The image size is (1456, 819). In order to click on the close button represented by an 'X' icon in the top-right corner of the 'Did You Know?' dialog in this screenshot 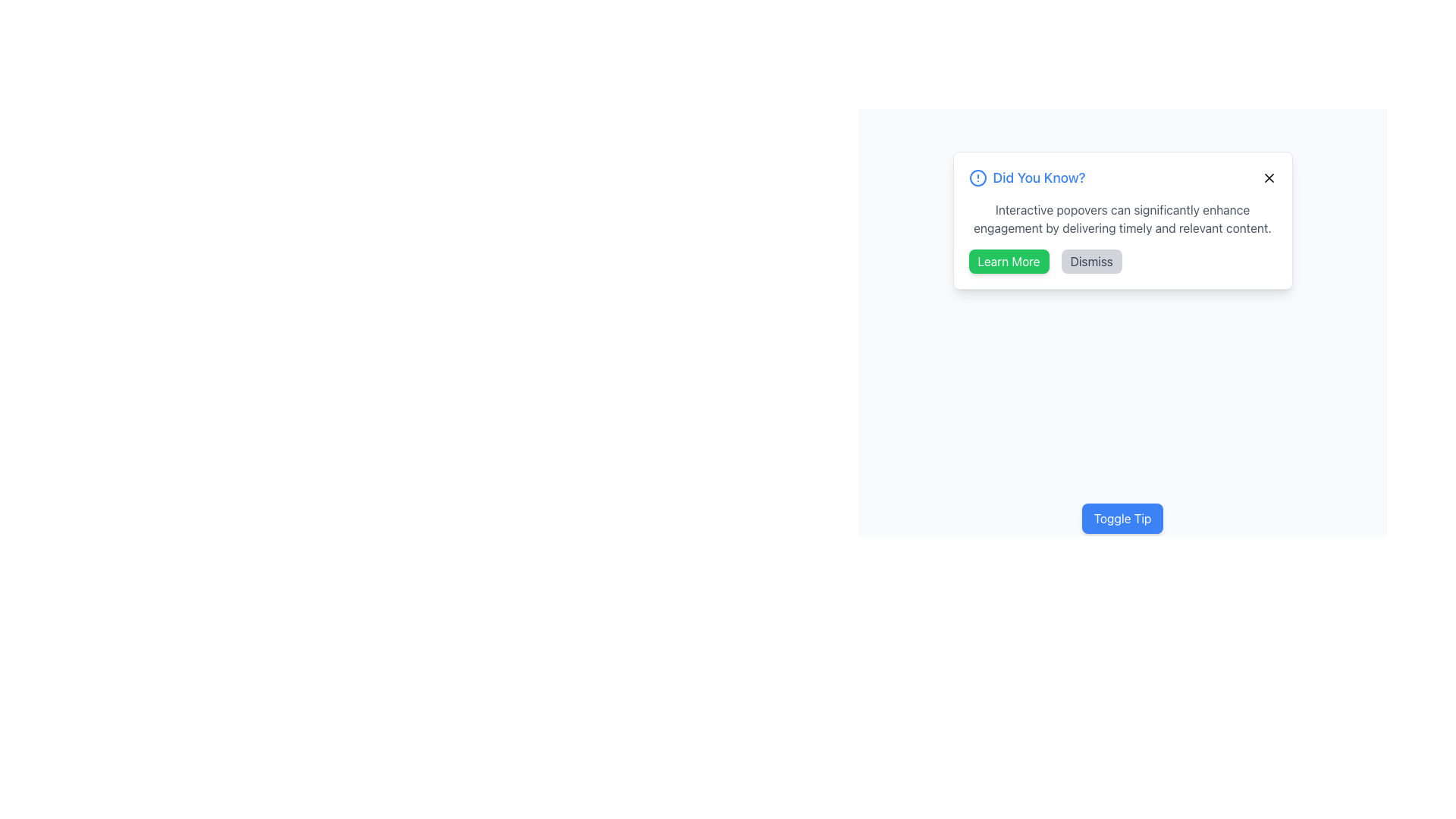, I will do `click(1269, 177)`.